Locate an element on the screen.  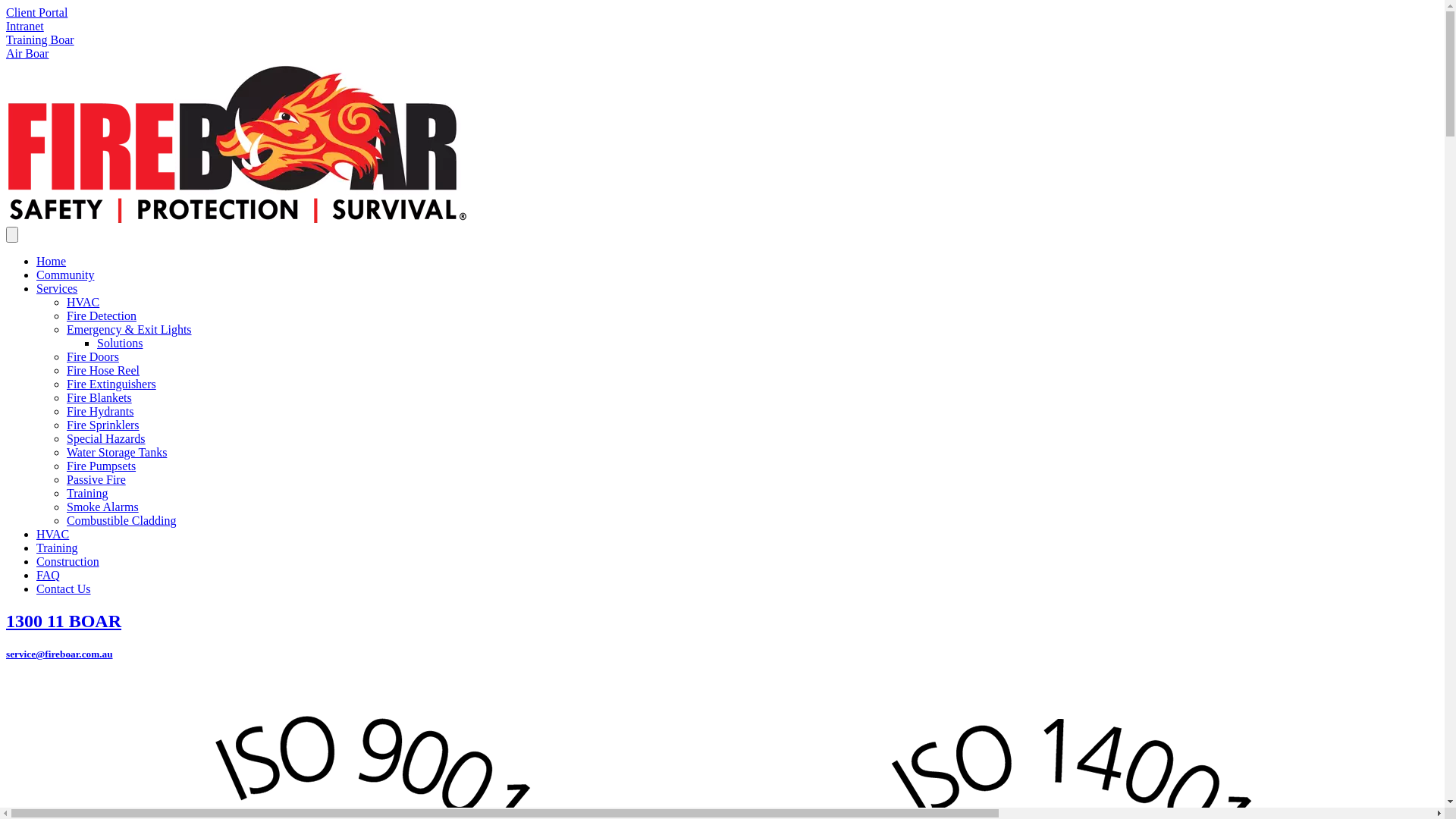
'Client Portal' is located at coordinates (36, 12).